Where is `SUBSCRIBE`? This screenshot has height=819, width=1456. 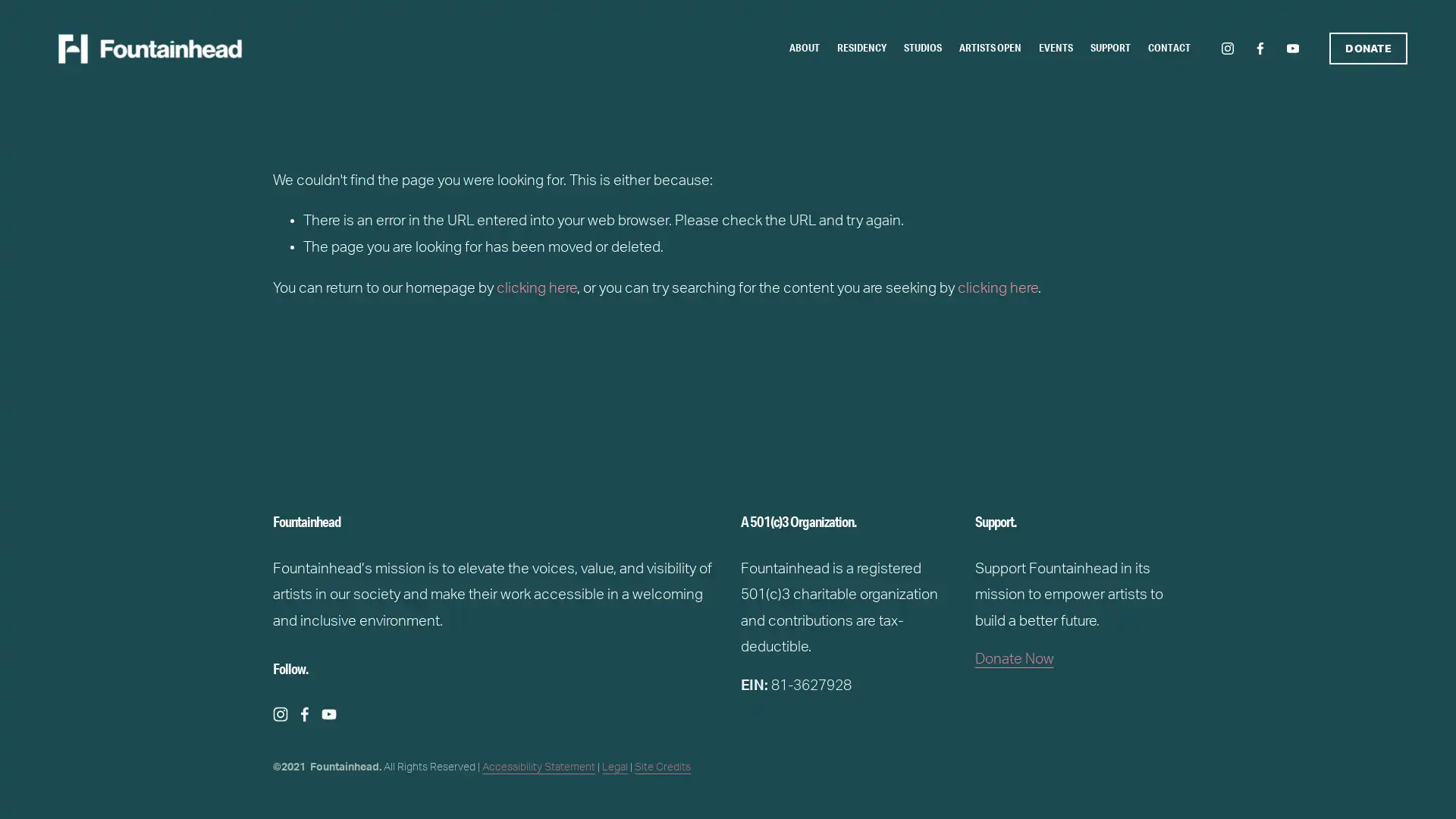 SUBSCRIBE is located at coordinates (854, 441).